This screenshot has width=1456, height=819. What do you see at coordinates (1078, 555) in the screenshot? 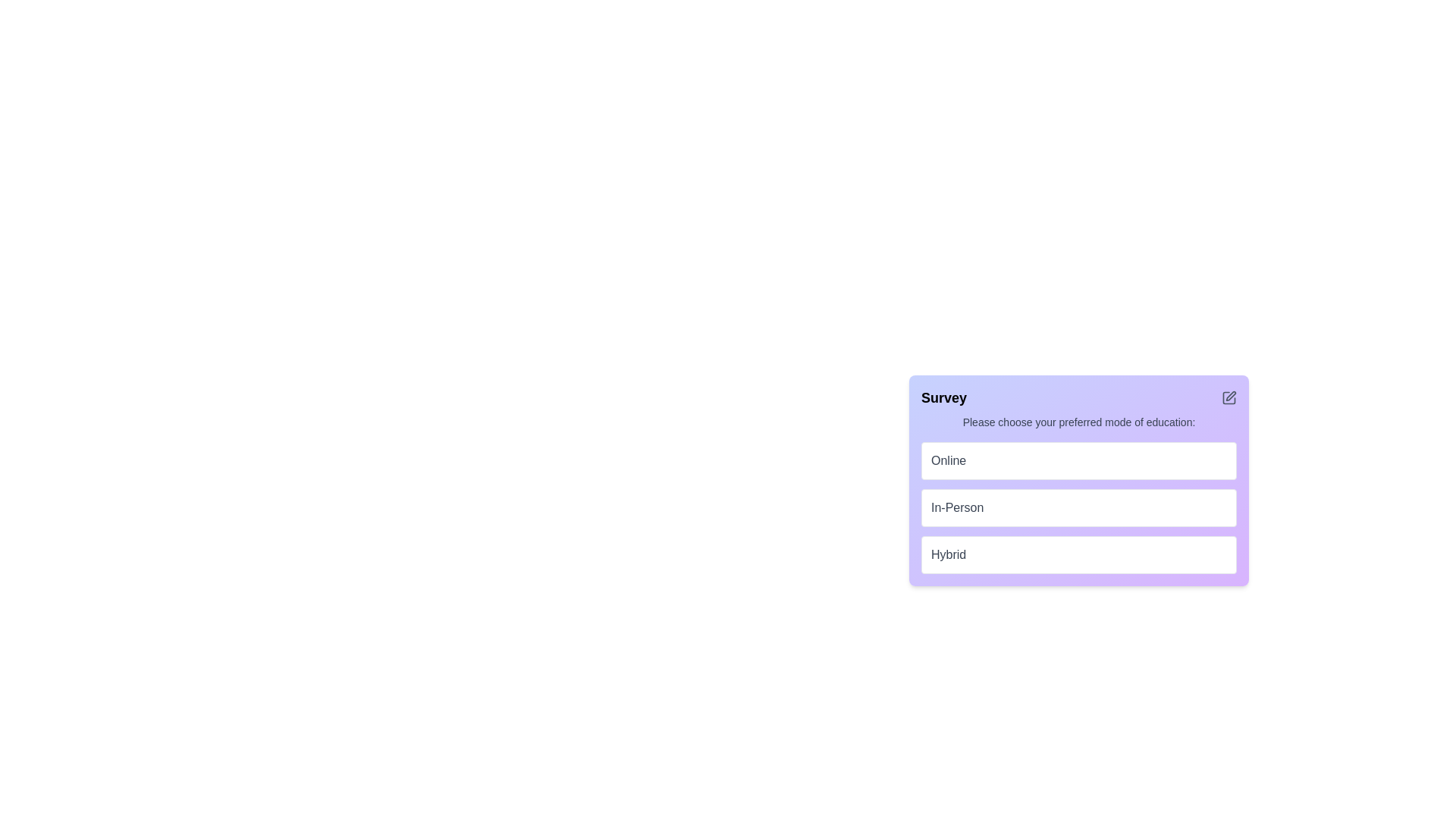
I see `the third selectable option in the vertical list for choosing the 'Hybrid' mode of education to trigger style changes` at bounding box center [1078, 555].